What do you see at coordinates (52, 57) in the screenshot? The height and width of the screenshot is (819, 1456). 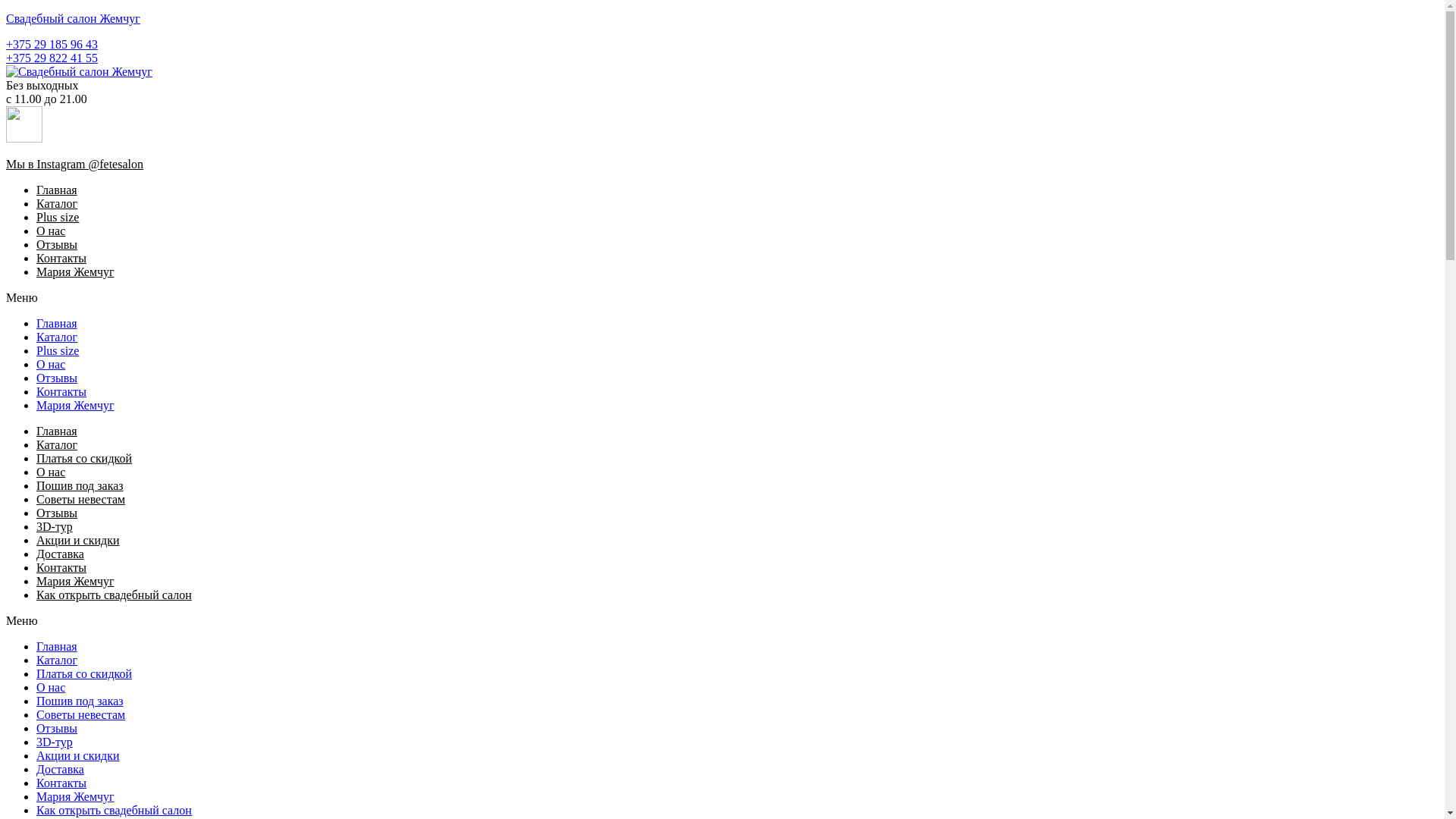 I see `'+375 29 822 41 55'` at bounding box center [52, 57].